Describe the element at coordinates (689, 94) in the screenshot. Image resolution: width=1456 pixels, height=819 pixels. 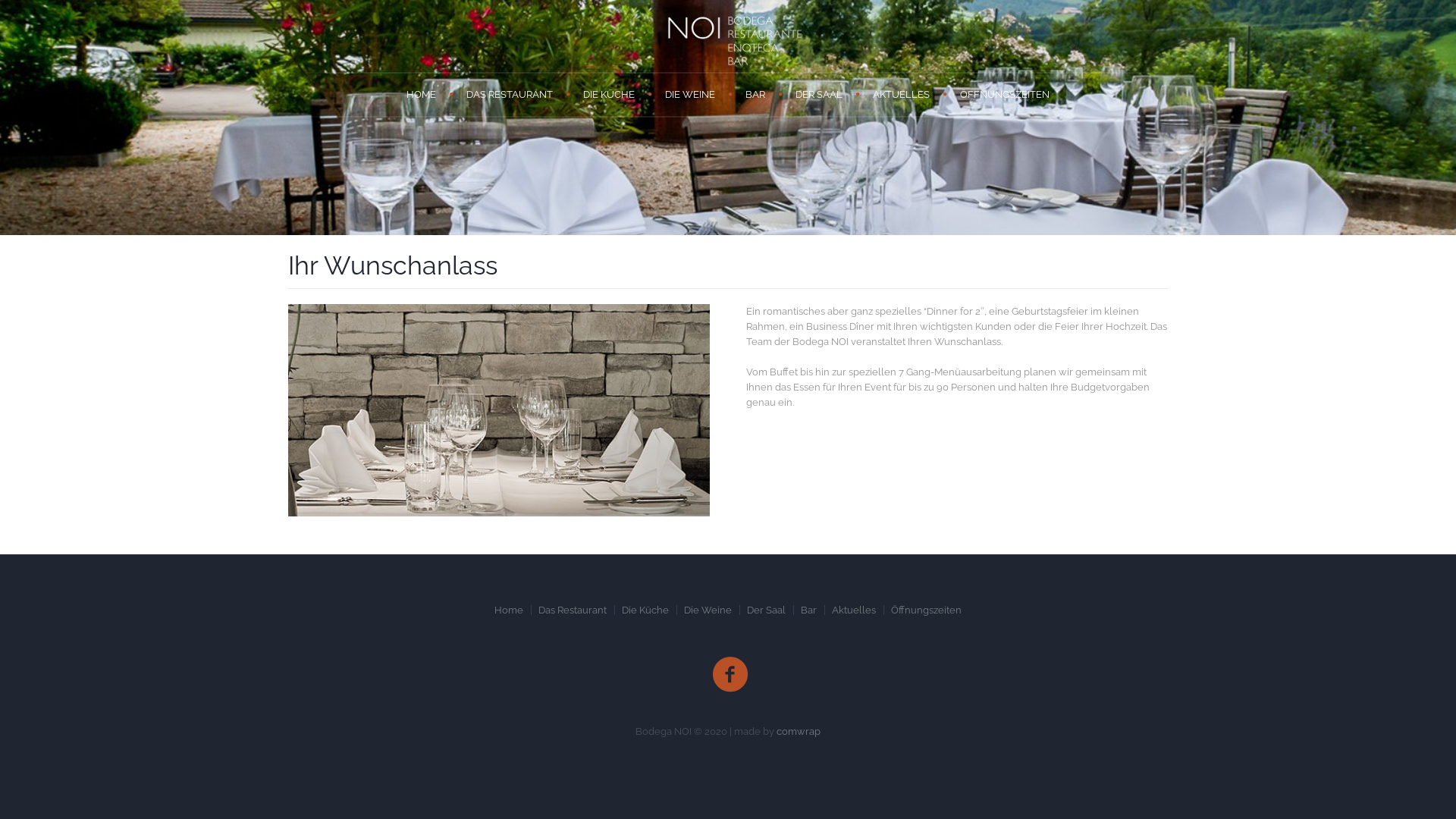
I see `'DIE WEINE'` at that location.